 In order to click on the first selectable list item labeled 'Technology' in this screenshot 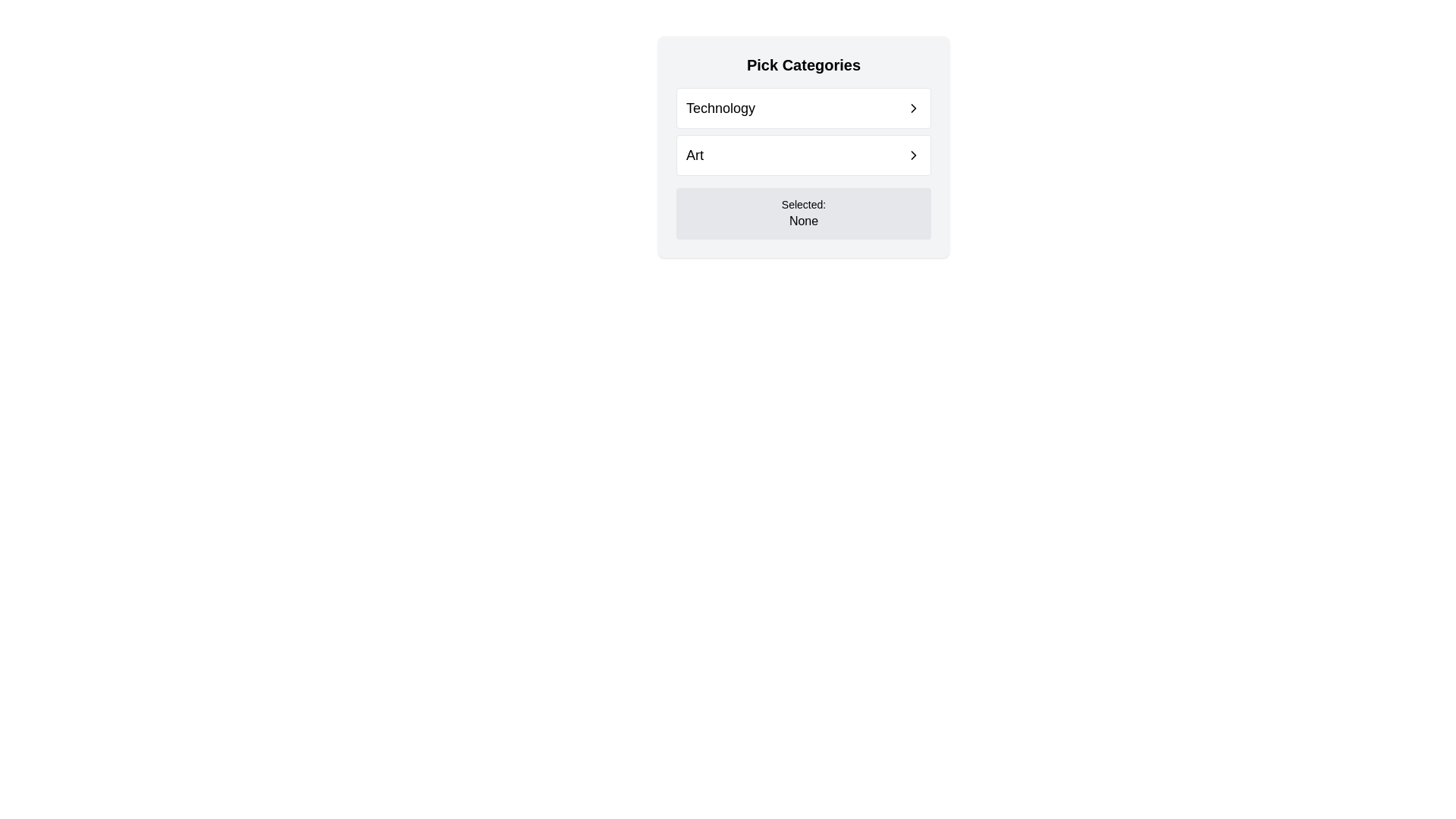, I will do `click(803, 107)`.